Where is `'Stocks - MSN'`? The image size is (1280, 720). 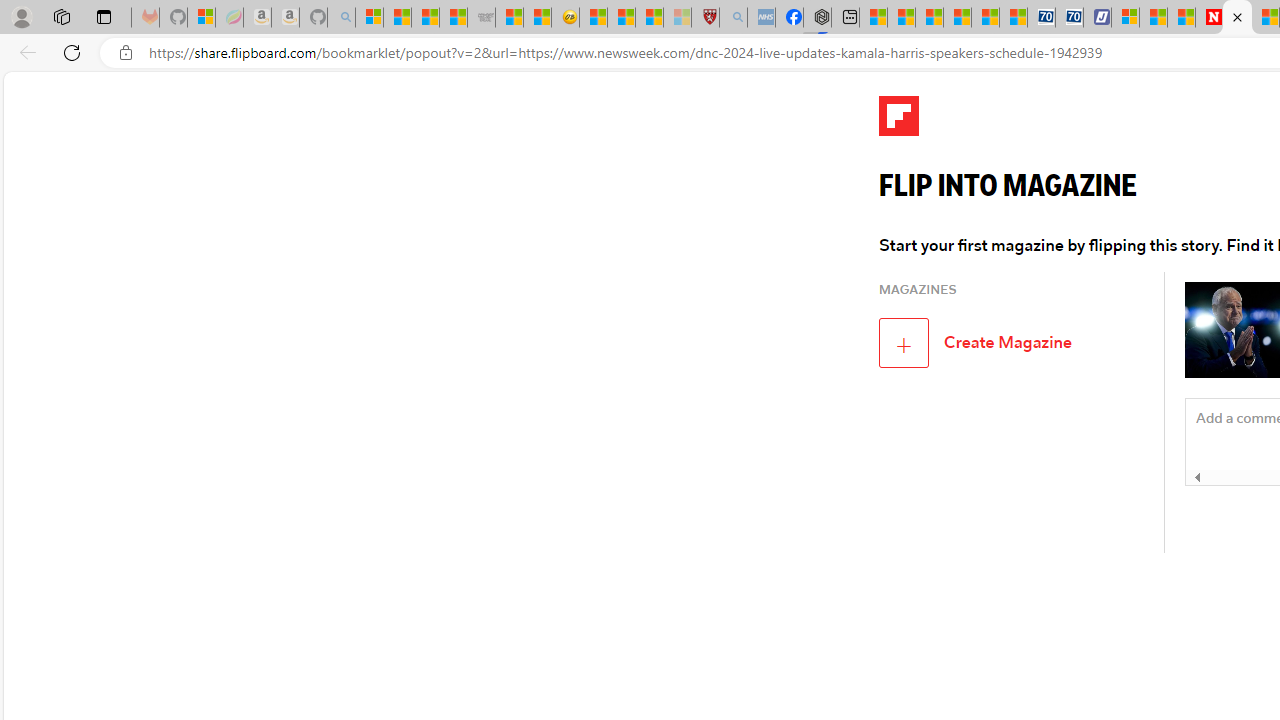 'Stocks - MSN' is located at coordinates (452, 17).